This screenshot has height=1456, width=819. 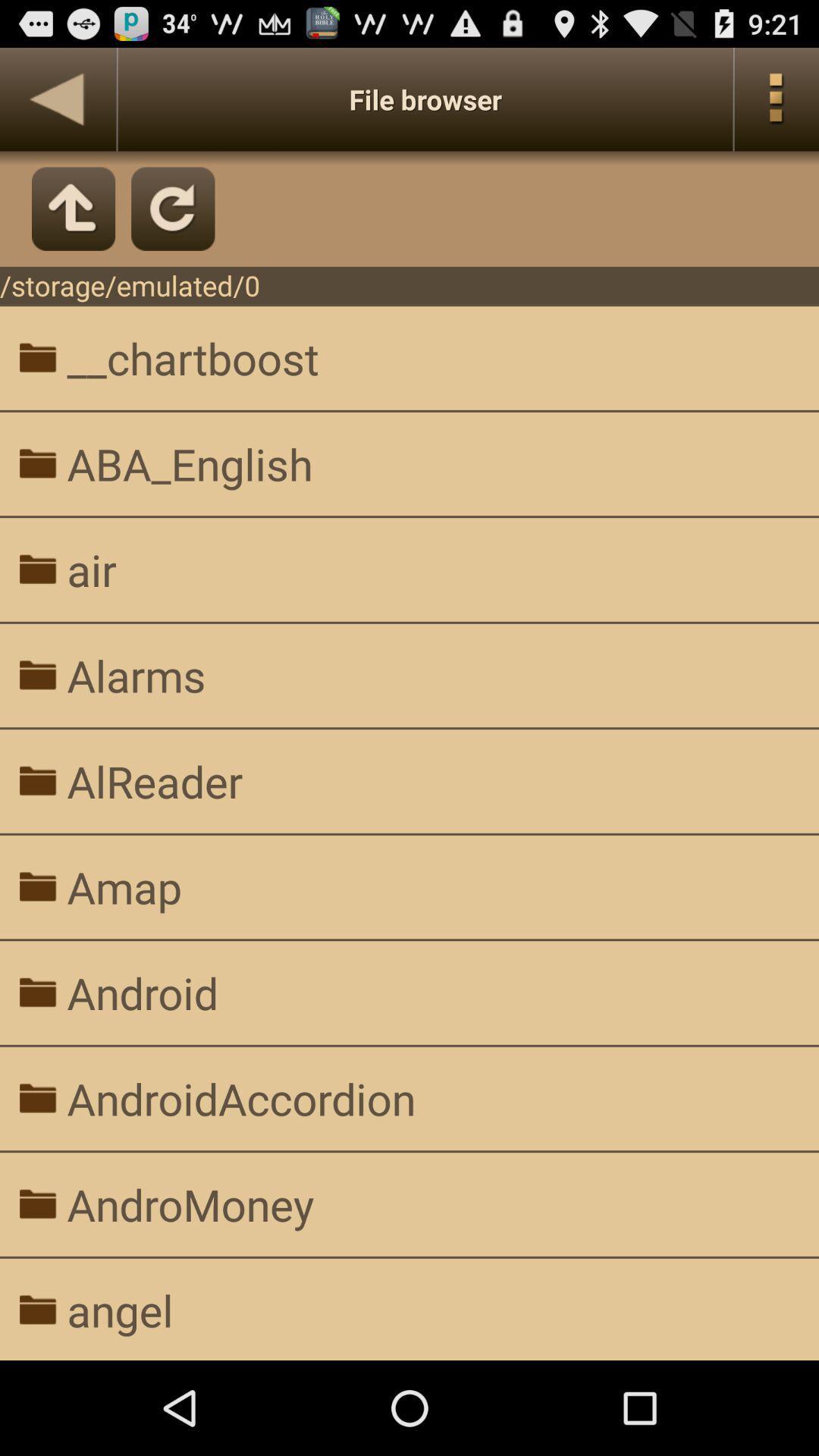 I want to click on the arrow_backward icon, so click(x=57, y=105).